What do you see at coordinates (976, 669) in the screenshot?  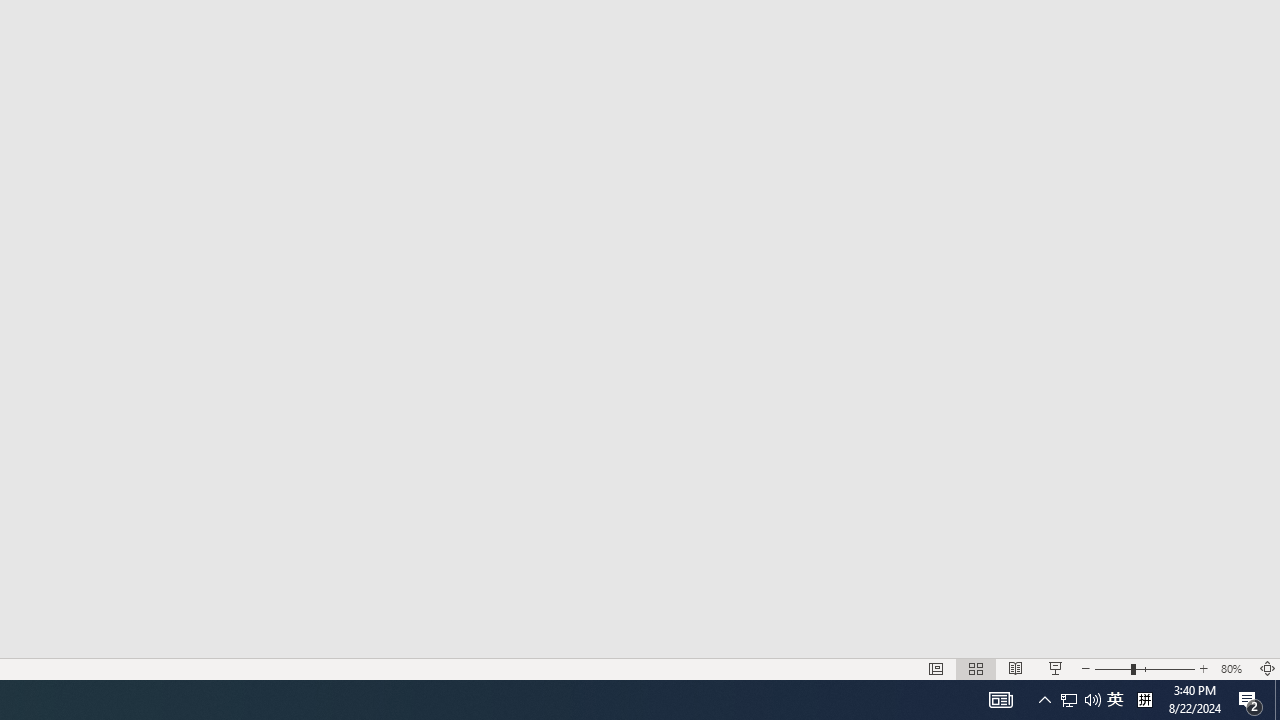 I see `'Slide Sorter'` at bounding box center [976, 669].